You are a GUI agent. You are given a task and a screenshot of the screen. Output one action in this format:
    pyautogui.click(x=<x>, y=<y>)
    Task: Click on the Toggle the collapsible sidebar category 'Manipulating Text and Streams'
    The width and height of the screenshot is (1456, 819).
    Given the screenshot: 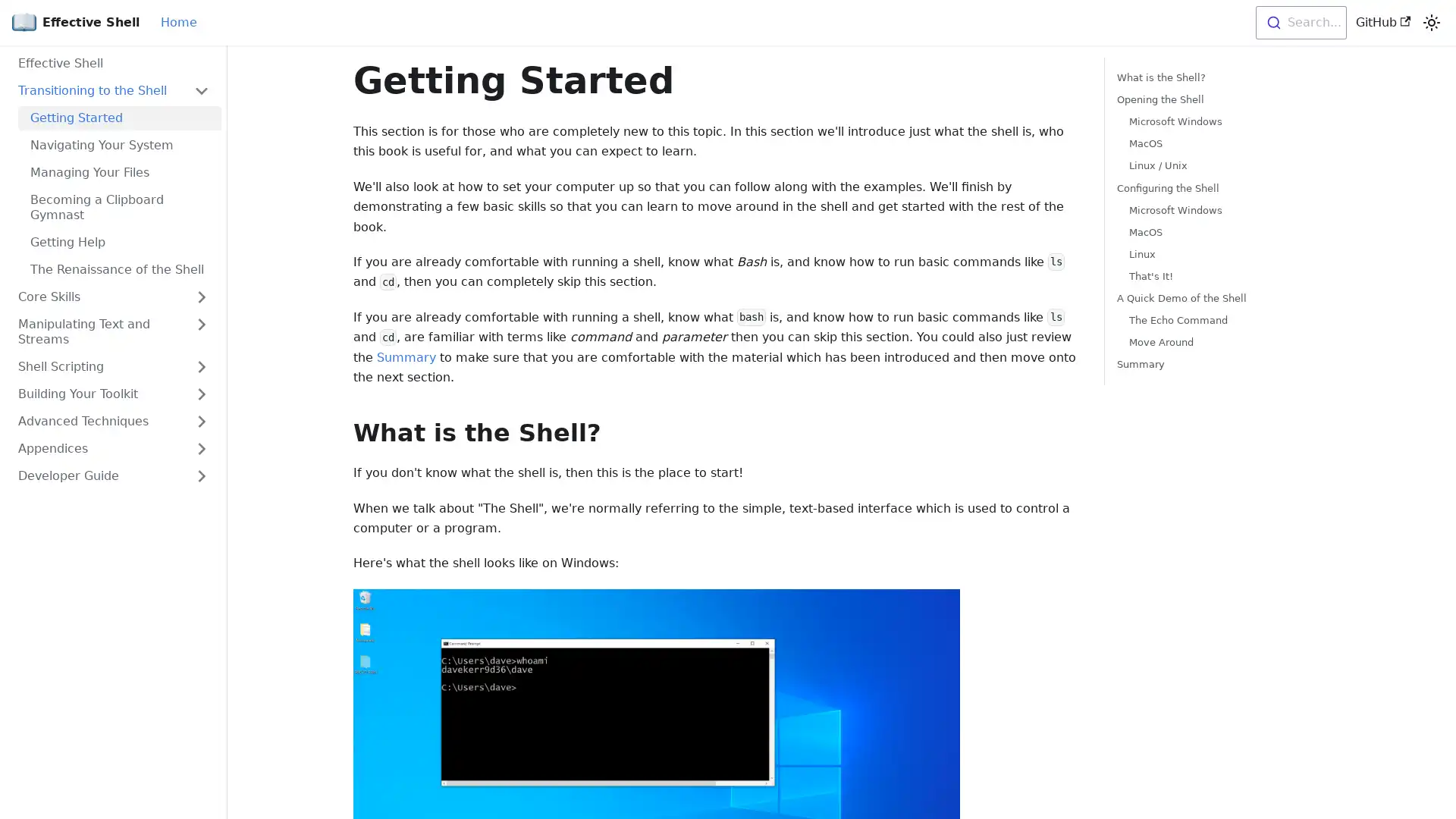 What is the action you would take?
    pyautogui.click(x=200, y=331)
    